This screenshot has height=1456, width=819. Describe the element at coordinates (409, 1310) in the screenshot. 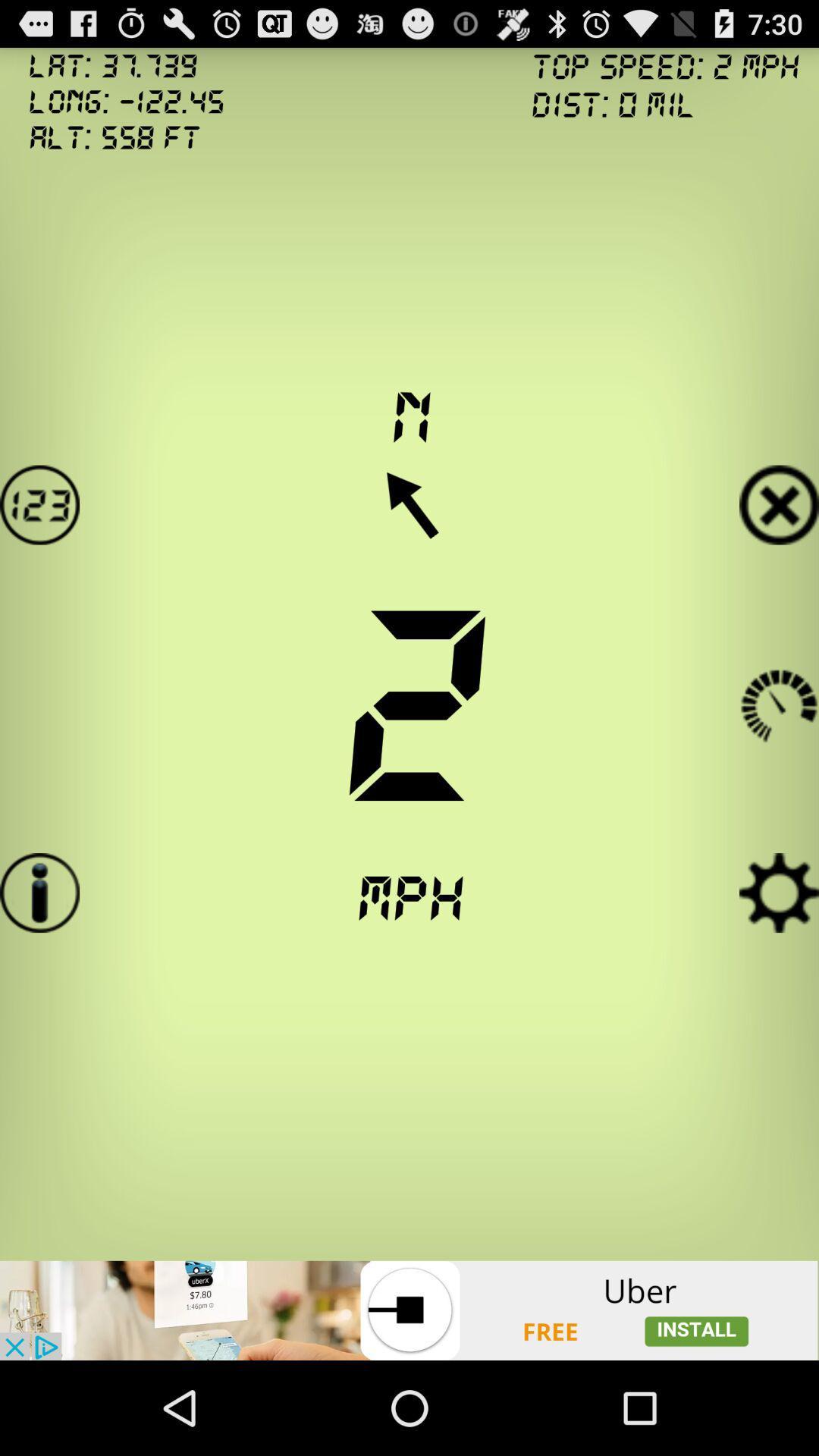

I see `advertisement` at that location.